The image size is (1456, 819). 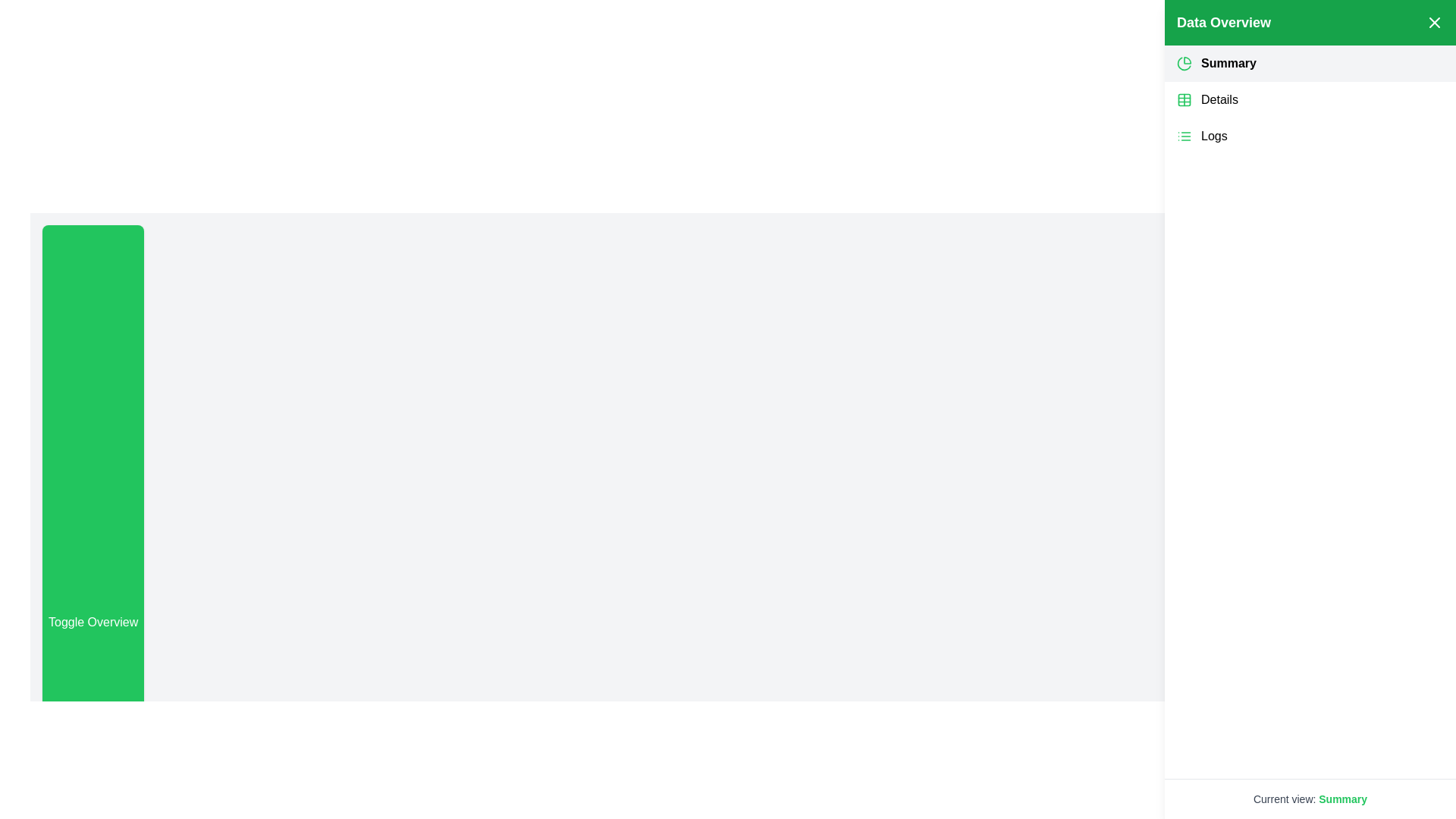 What do you see at coordinates (1433, 23) in the screenshot?
I see `the close button (icon button in the form of an 'X') located at the top-right corner of the 'Data Overview' header` at bounding box center [1433, 23].